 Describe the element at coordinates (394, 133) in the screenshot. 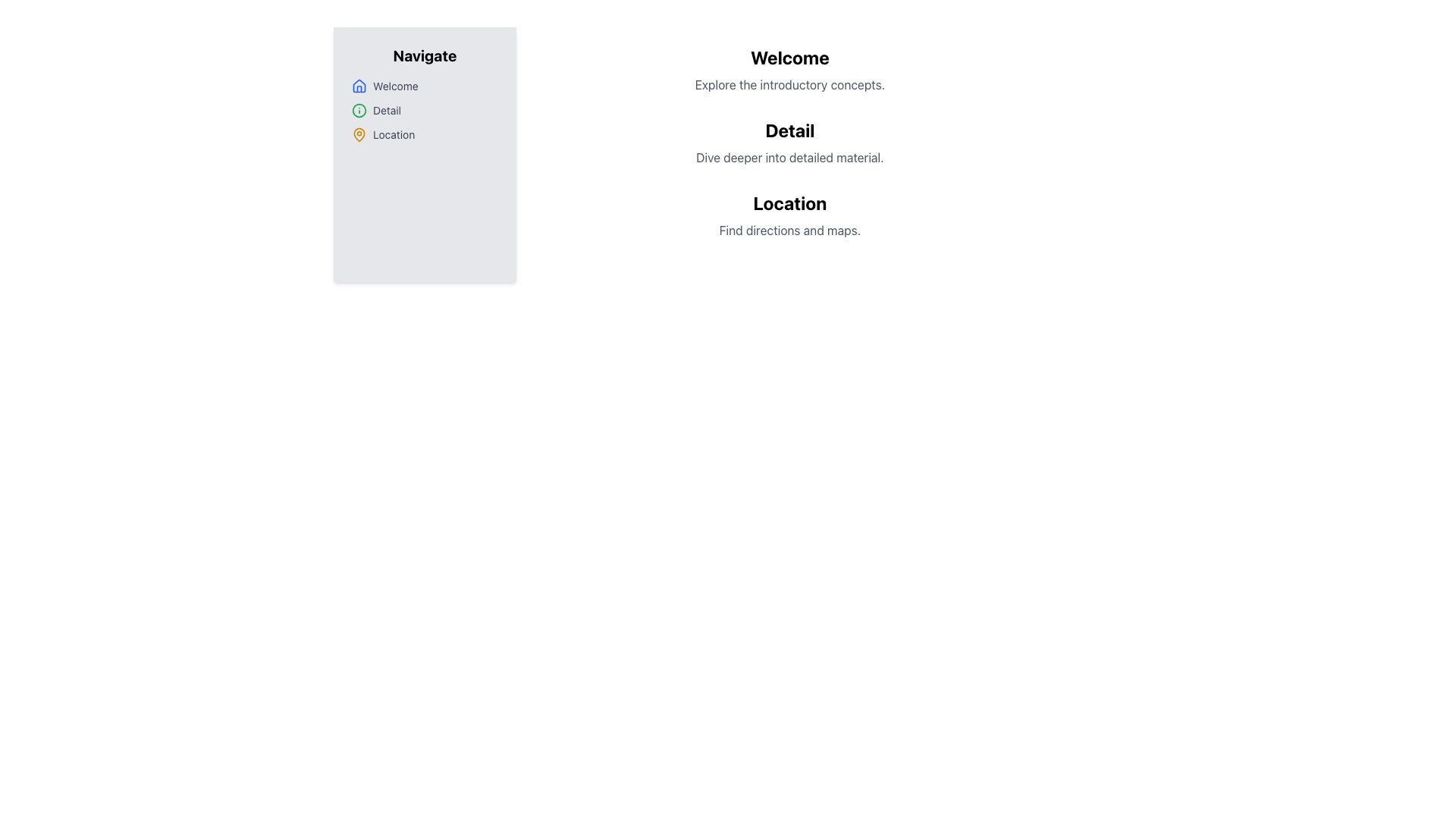

I see `the 'Location' text label within the navigational list` at that location.